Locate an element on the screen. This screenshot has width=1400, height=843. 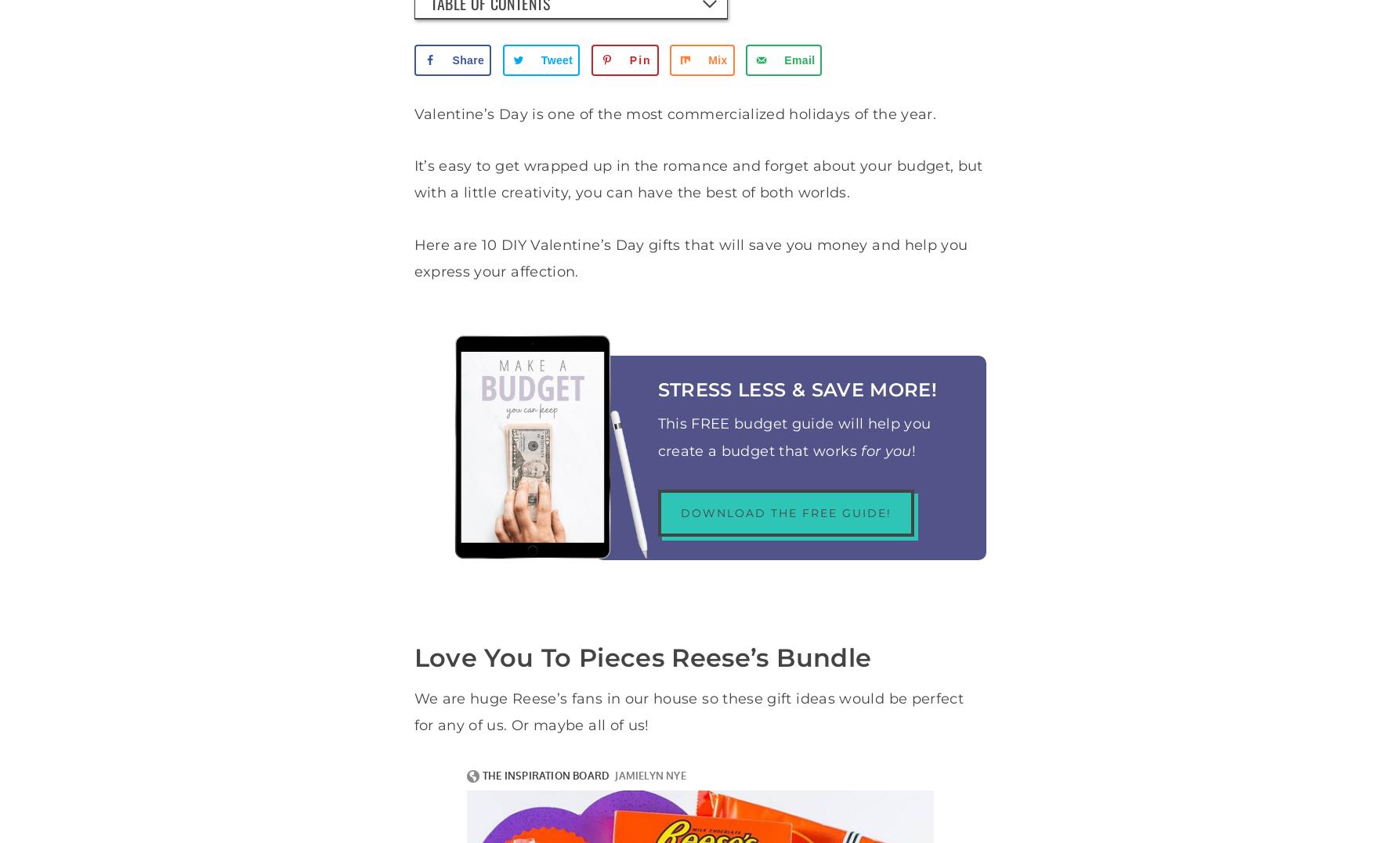
'Mix' is located at coordinates (717, 60).